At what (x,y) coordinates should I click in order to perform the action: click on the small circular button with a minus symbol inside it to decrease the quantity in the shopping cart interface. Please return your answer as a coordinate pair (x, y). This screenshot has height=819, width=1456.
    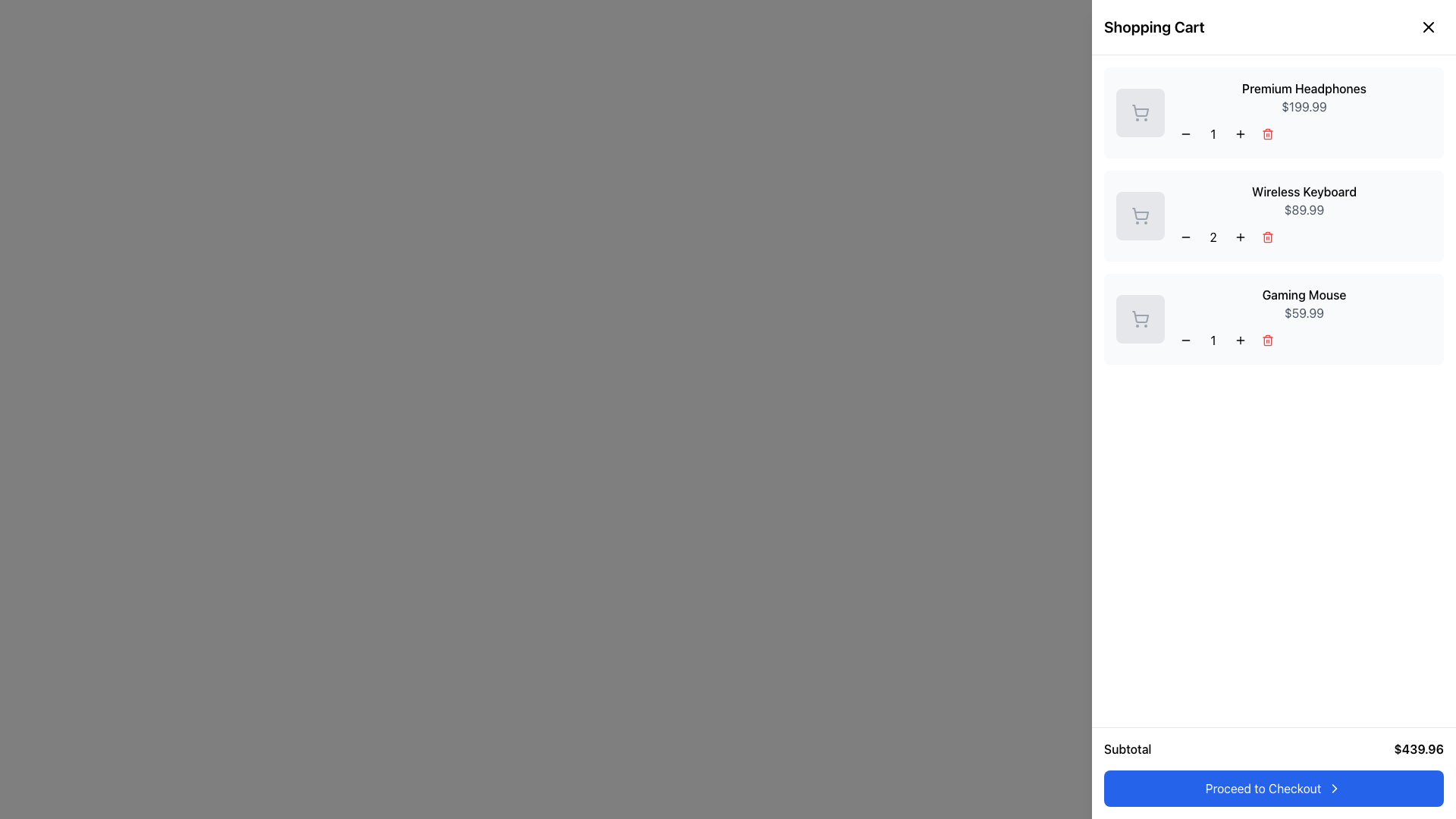
    Looking at the image, I should click on (1185, 237).